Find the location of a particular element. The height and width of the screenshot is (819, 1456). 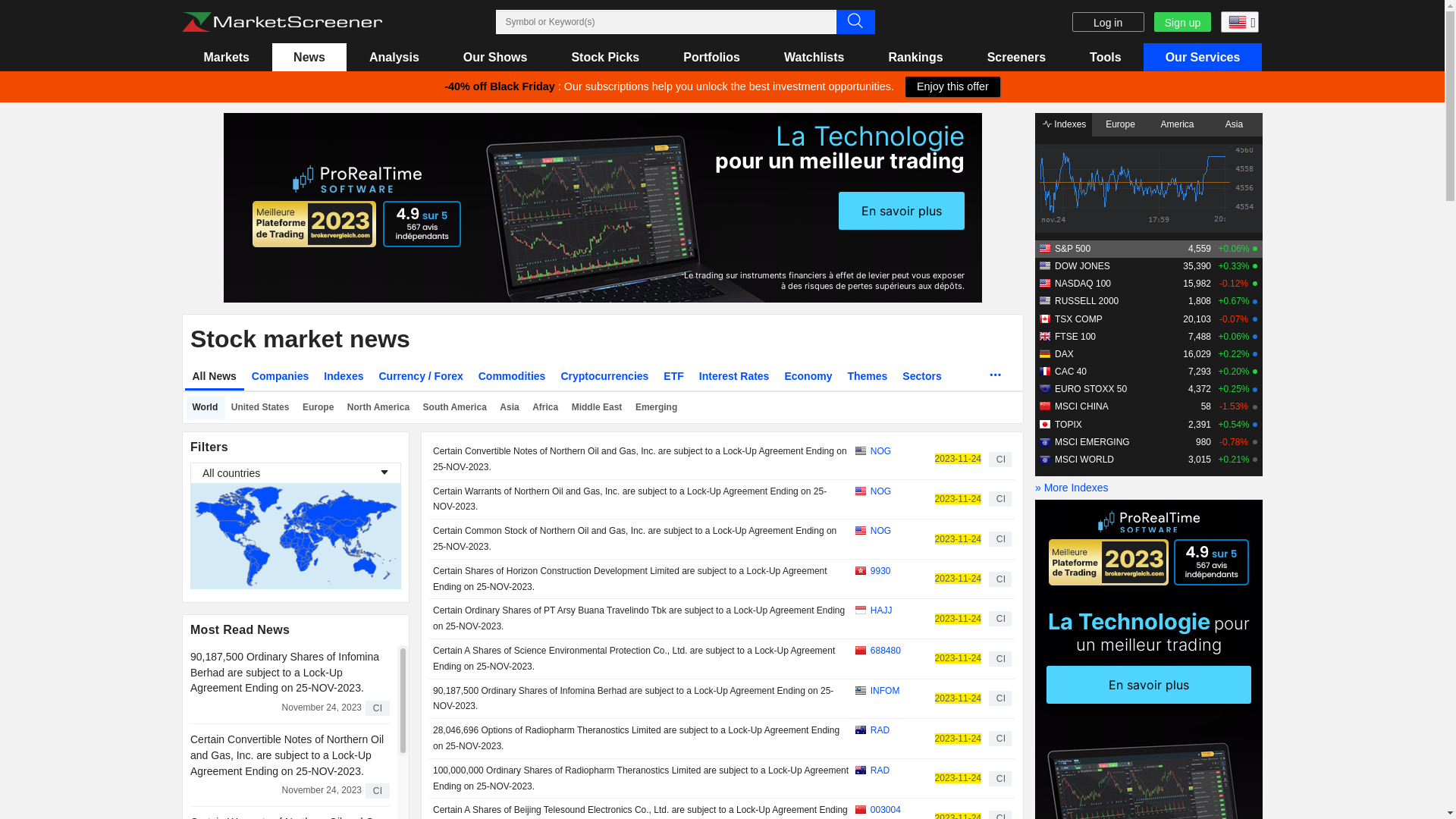

'Log in' is located at coordinates (1072, 22).